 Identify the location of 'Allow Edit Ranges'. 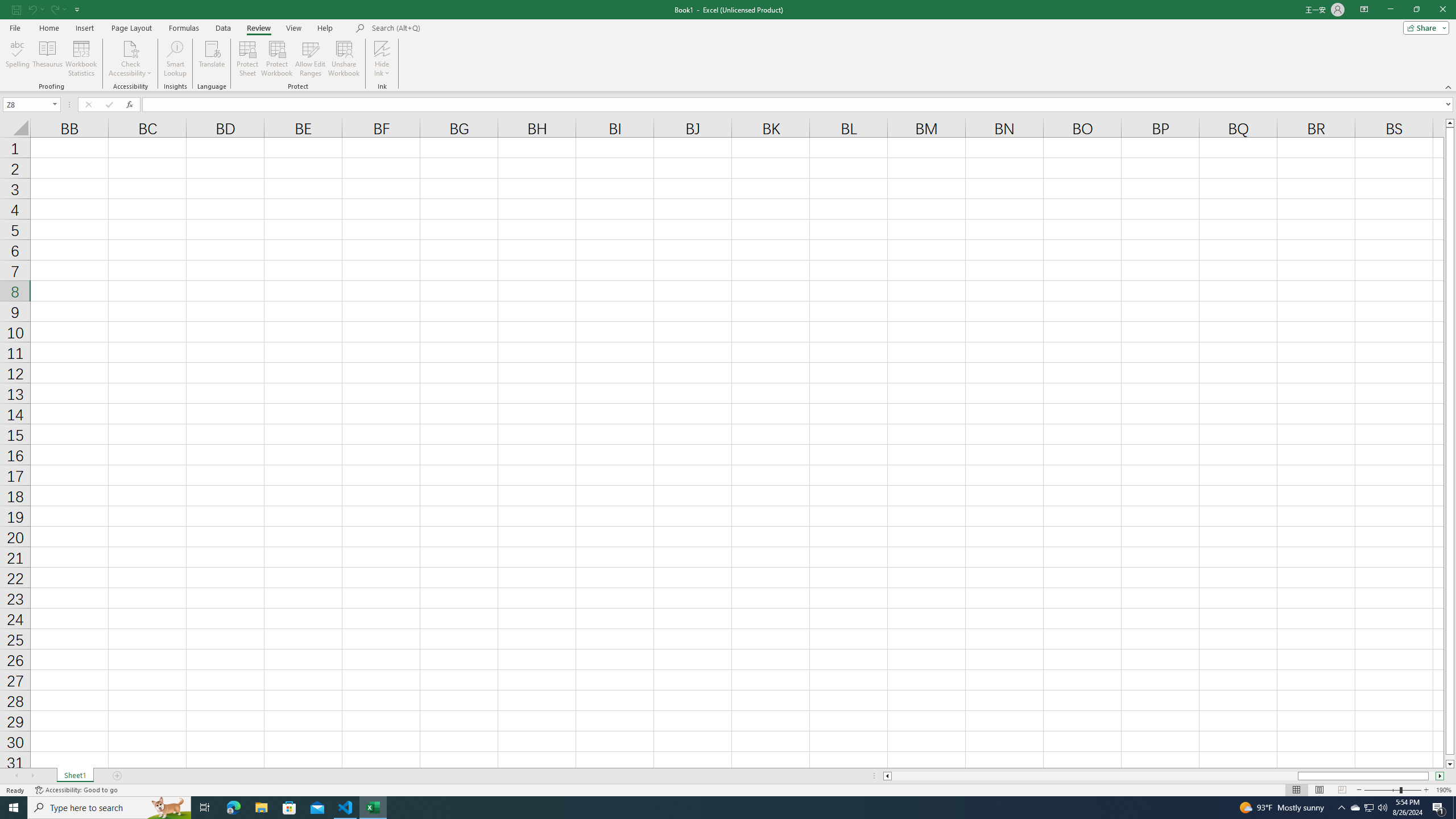
(311, 59).